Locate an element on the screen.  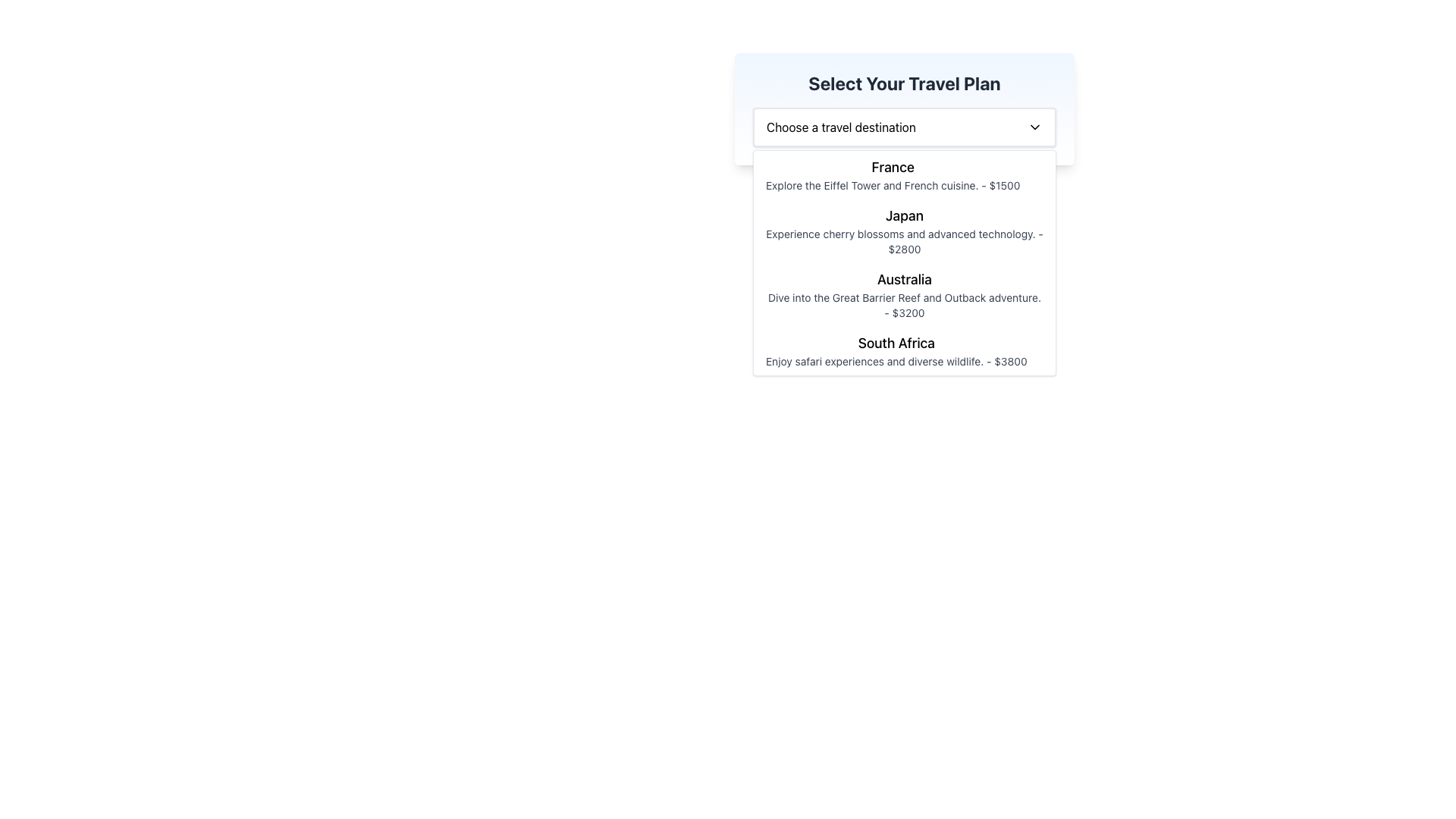
the second static text block in the dropdown menu that presents information about a travel destination, located below 'France' and above 'Australia' is located at coordinates (905, 231).